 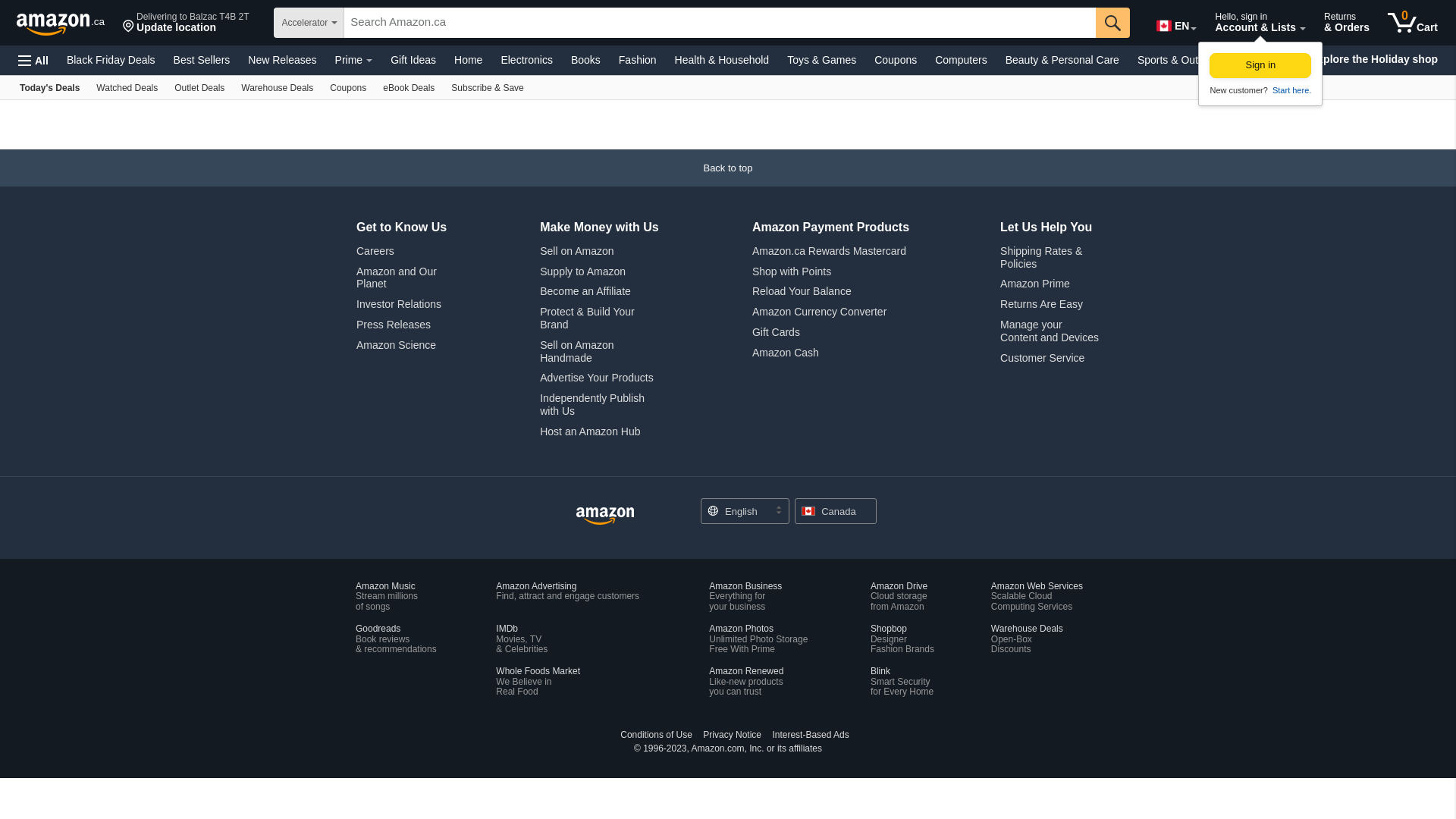 What do you see at coordinates (1000, 284) in the screenshot?
I see `'Amazon Prime'` at bounding box center [1000, 284].